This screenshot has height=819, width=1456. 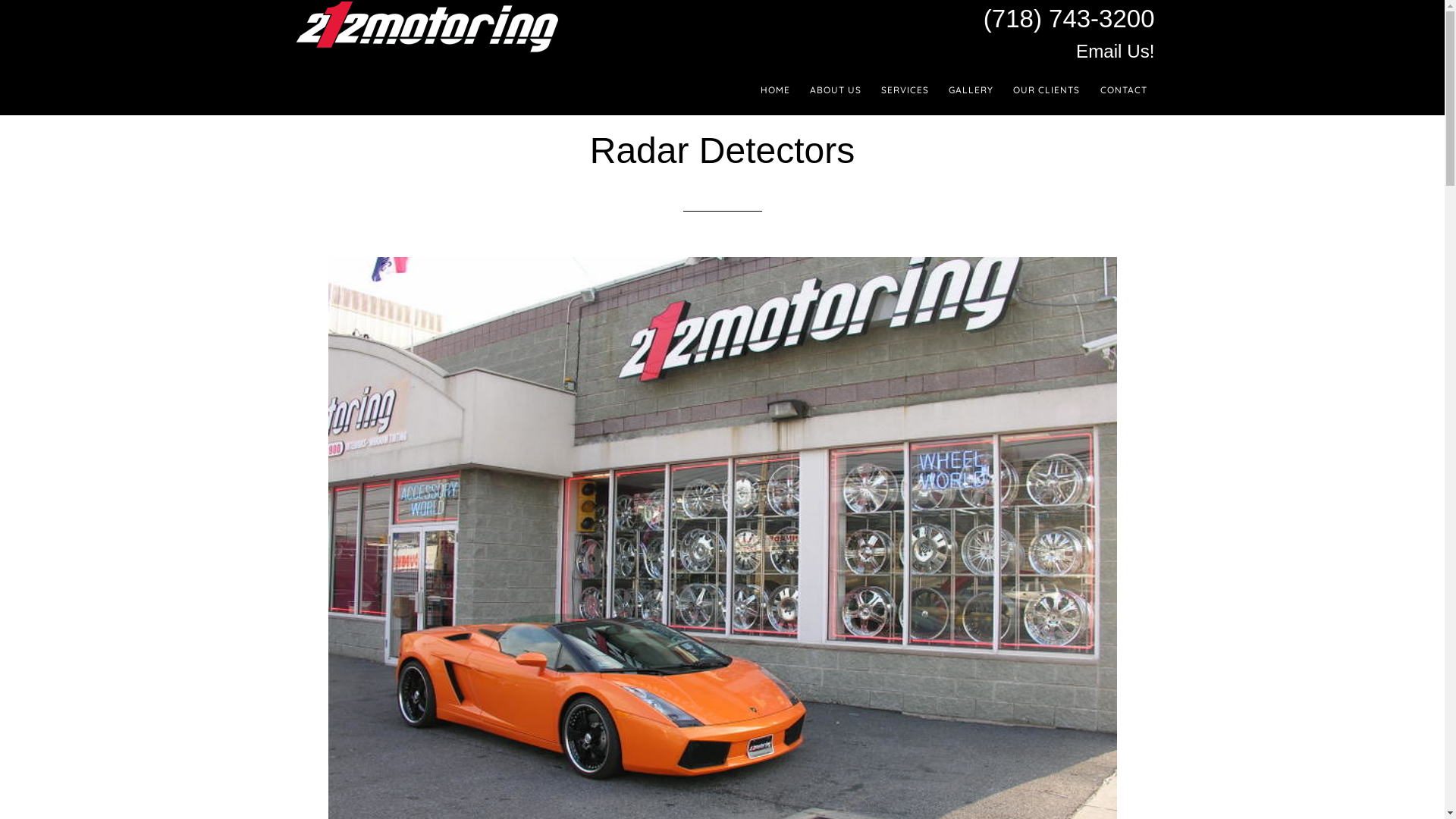 What do you see at coordinates (425, 26) in the screenshot?
I see `'212 MOTORING'` at bounding box center [425, 26].